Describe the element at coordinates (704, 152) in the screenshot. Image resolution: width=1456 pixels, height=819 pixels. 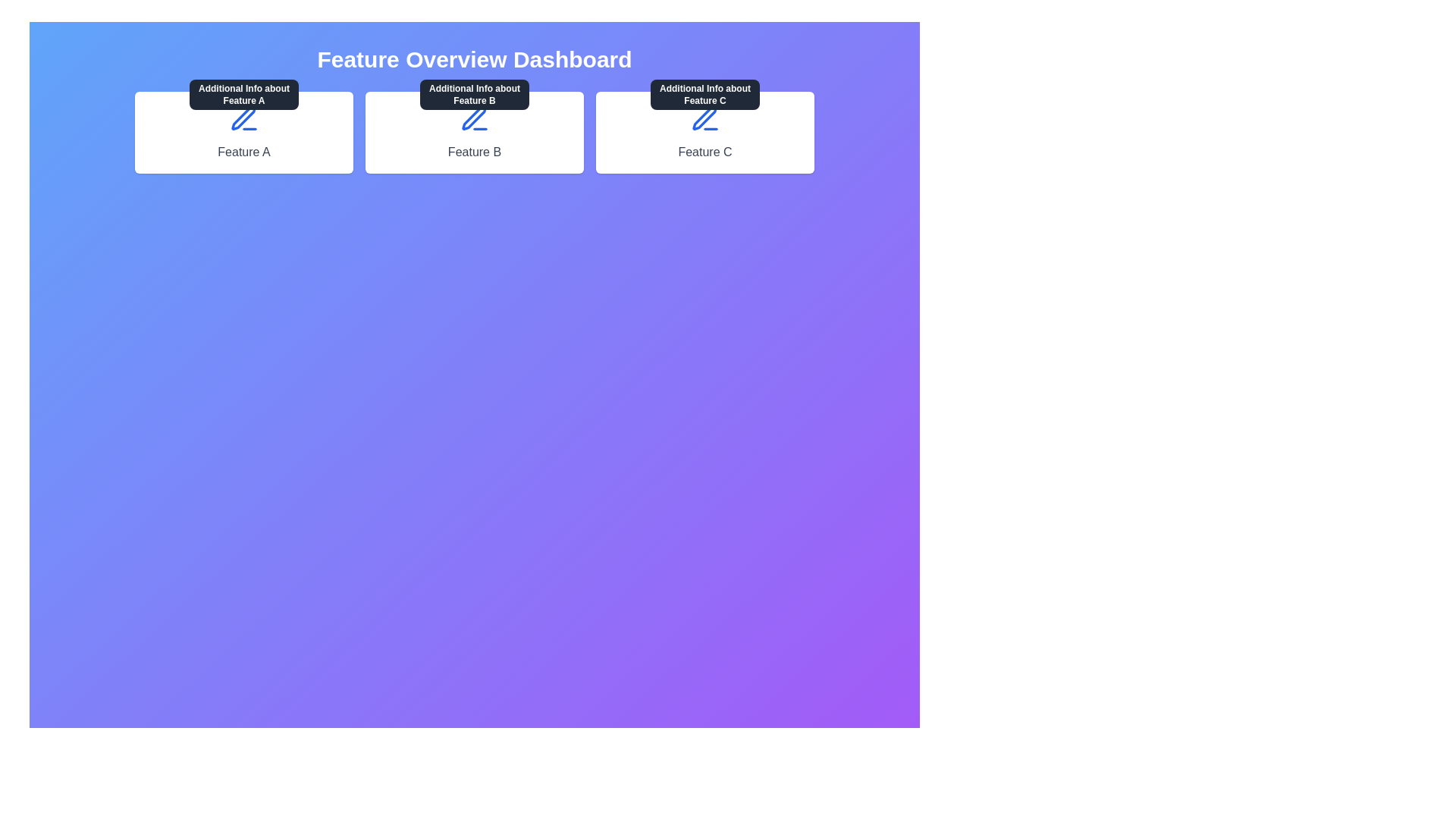
I see `the static text label reading 'Feature C', which is styled in gray font and positioned centrally beneath an icon within a white card` at that location.